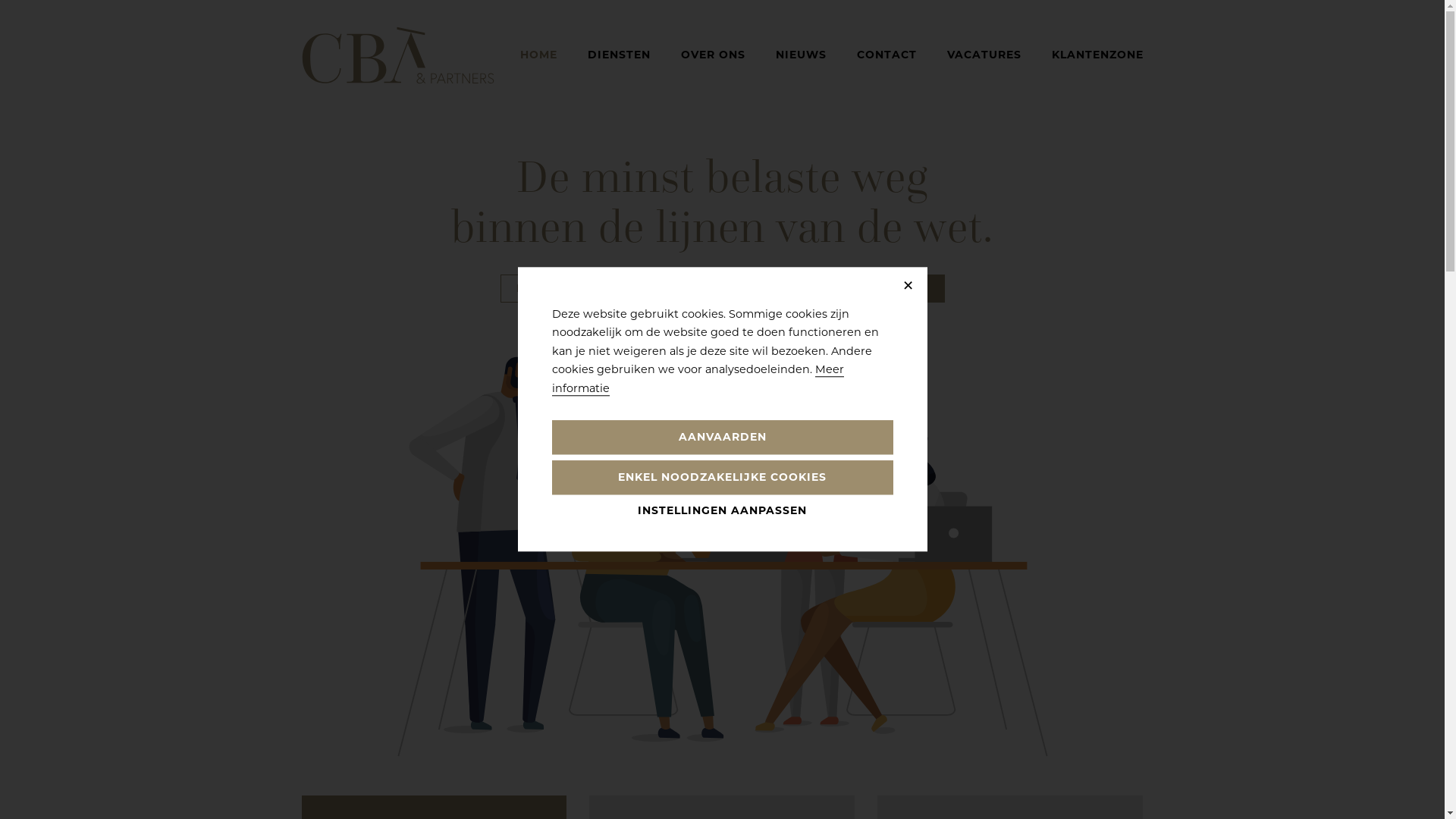 Image resolution: width=1456 pixels, height=819 pixels. I want to click on 'WIE ZIJN WE', so click(734, 288).